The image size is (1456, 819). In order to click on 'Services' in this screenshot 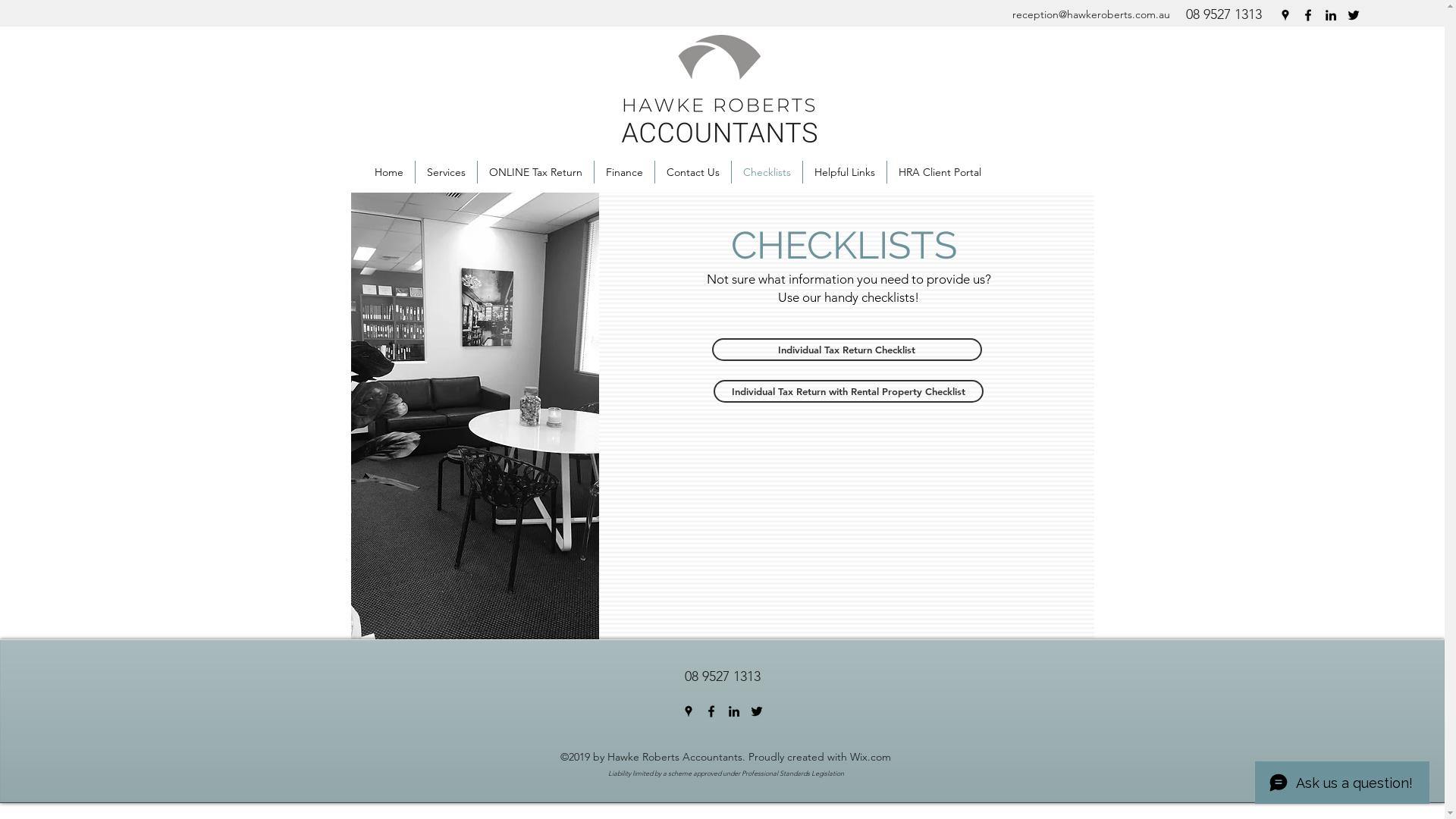, I will do `click(445, 171)`.